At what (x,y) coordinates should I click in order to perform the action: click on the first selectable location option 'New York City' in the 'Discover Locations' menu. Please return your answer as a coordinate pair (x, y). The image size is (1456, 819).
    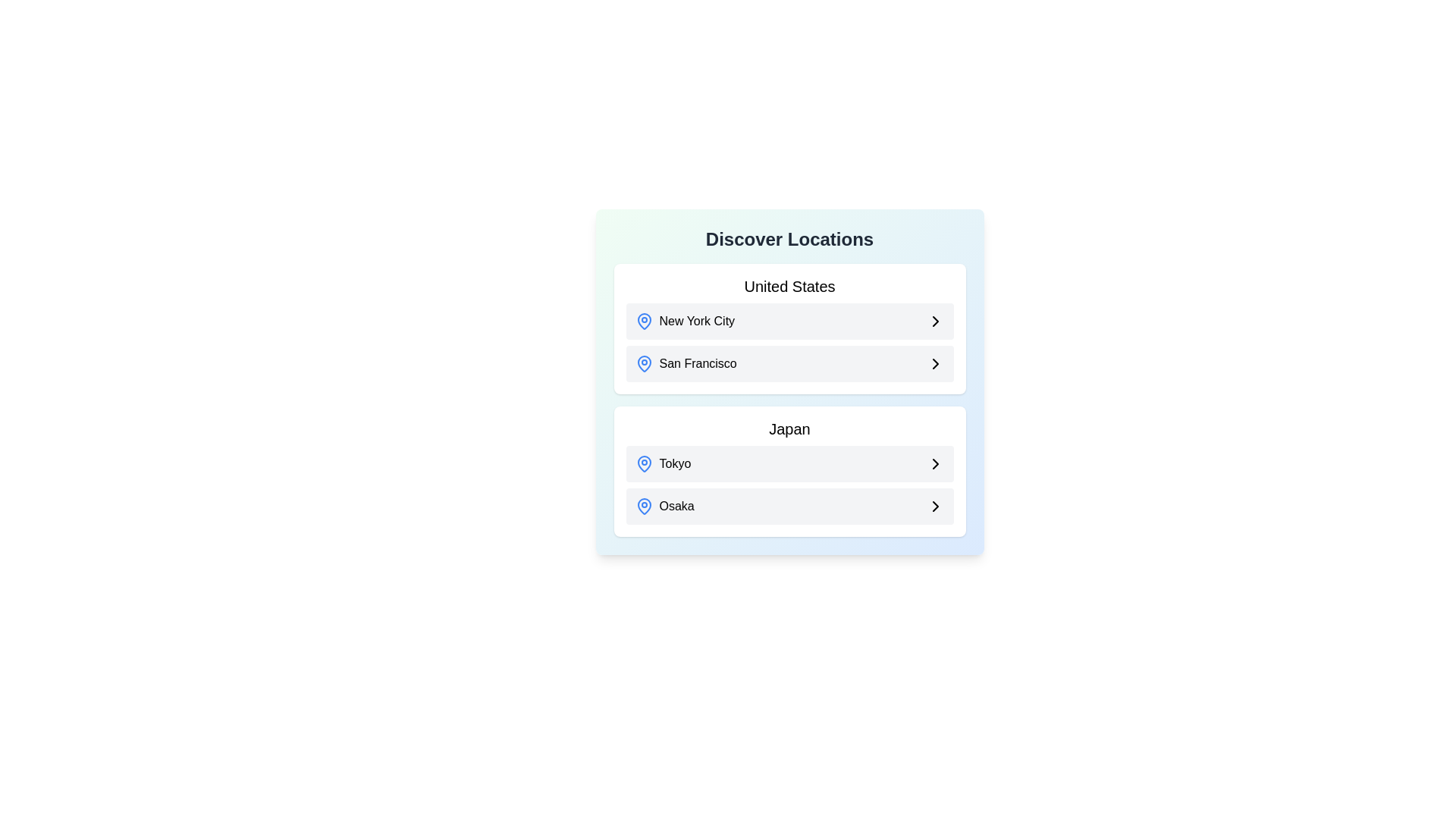
    Looking at the image, I should click on (789, 321).